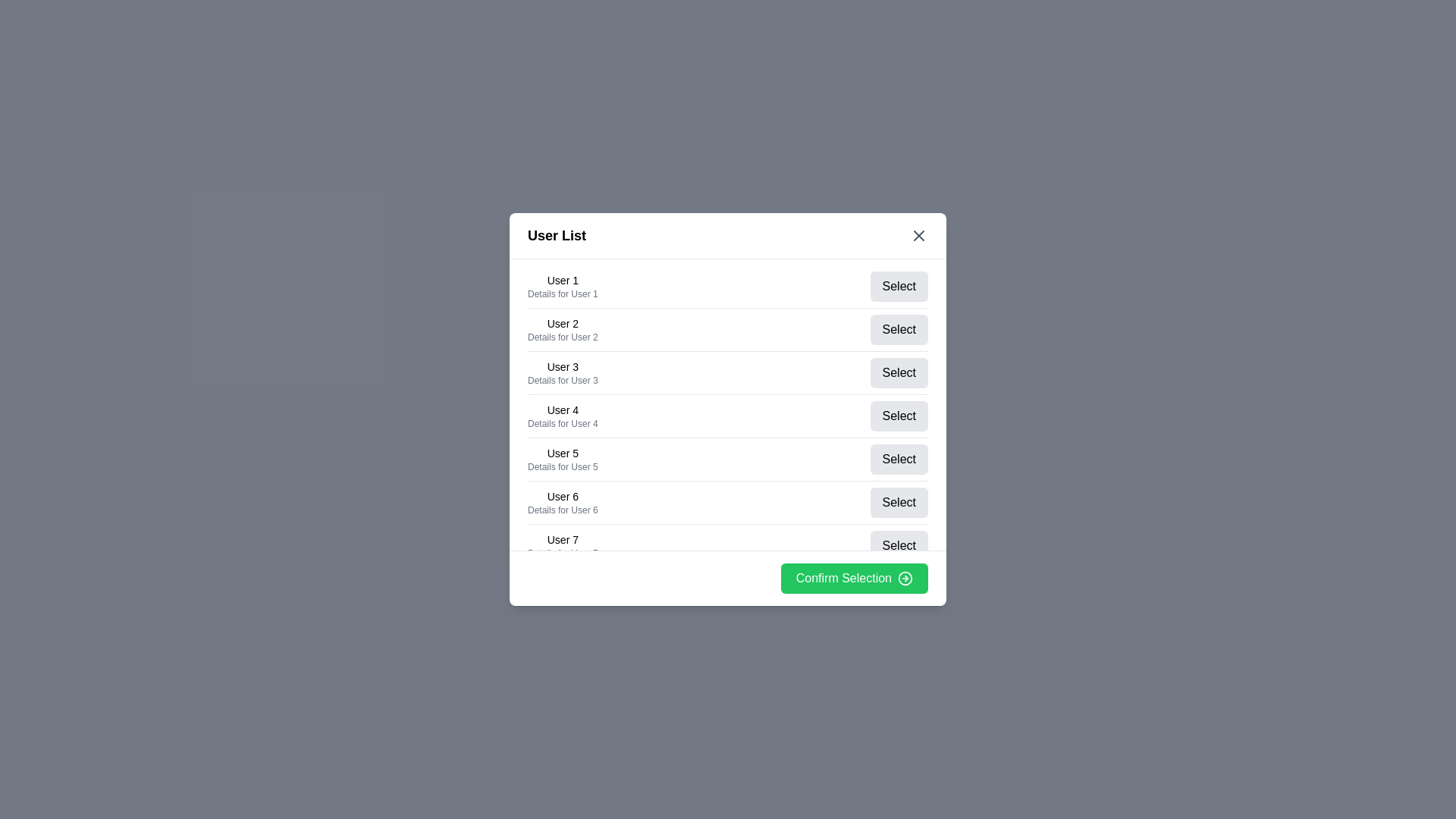 Image resolution: width=1456 pixels, height=819 pixels. I want to click on 'Select' button for user 1, so click(899, 287).